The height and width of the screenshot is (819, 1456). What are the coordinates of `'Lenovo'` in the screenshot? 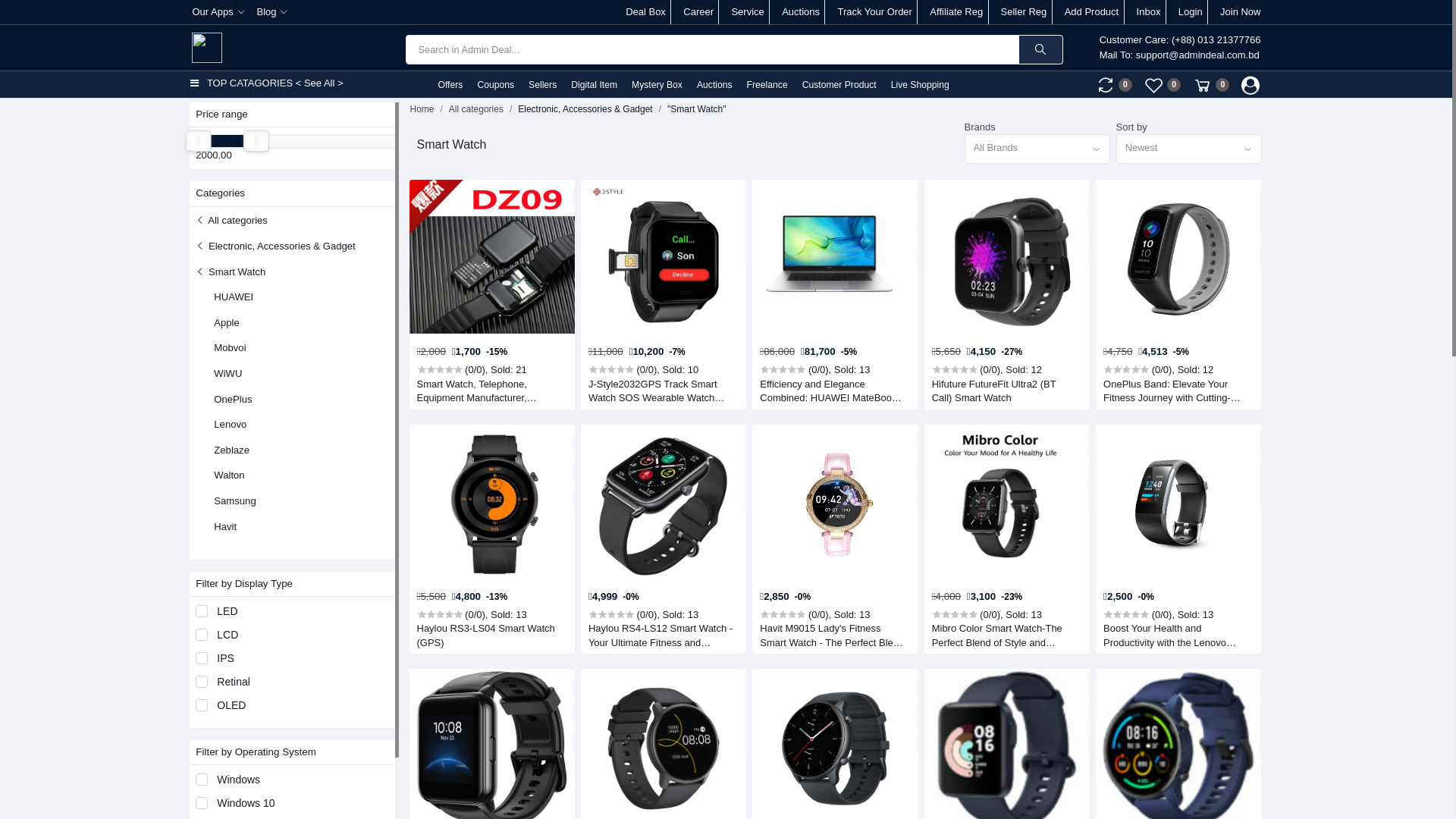 It's located at (229, 424).